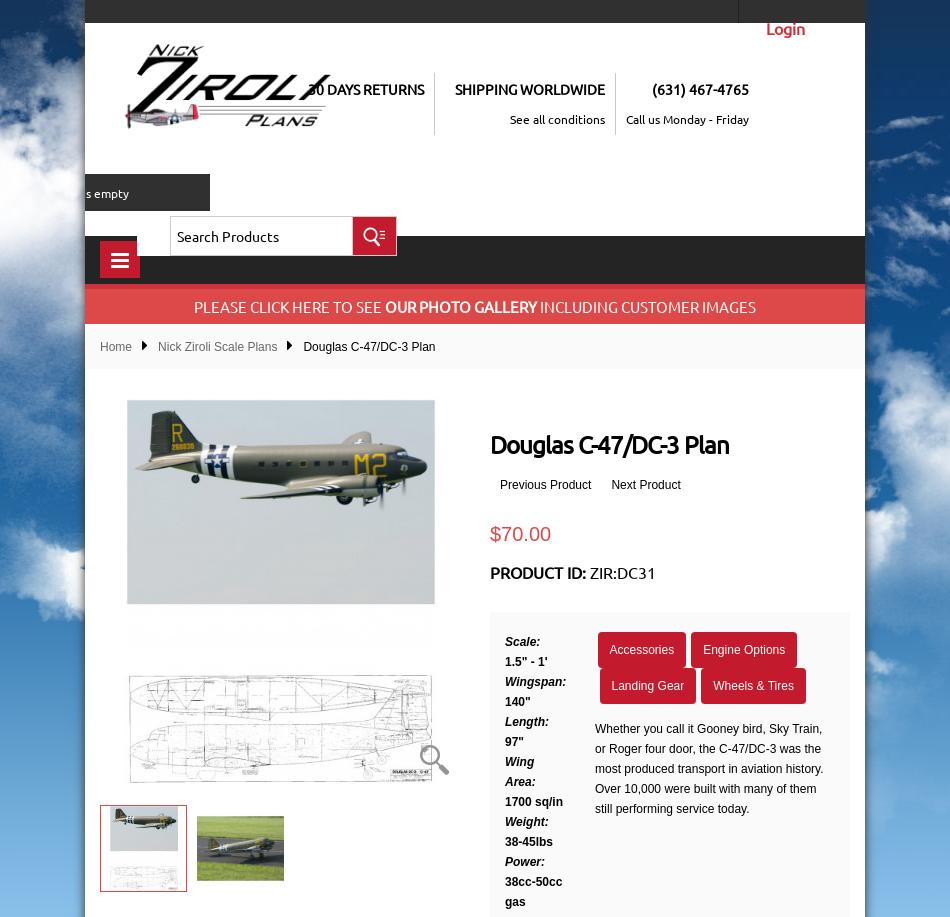 This screenshot has width=950, height=917. What do you see at coordinates (384, 306) in the screenshot?
I see `'OUR PHOTO GALLERY'` at bounding box center [384, 306].